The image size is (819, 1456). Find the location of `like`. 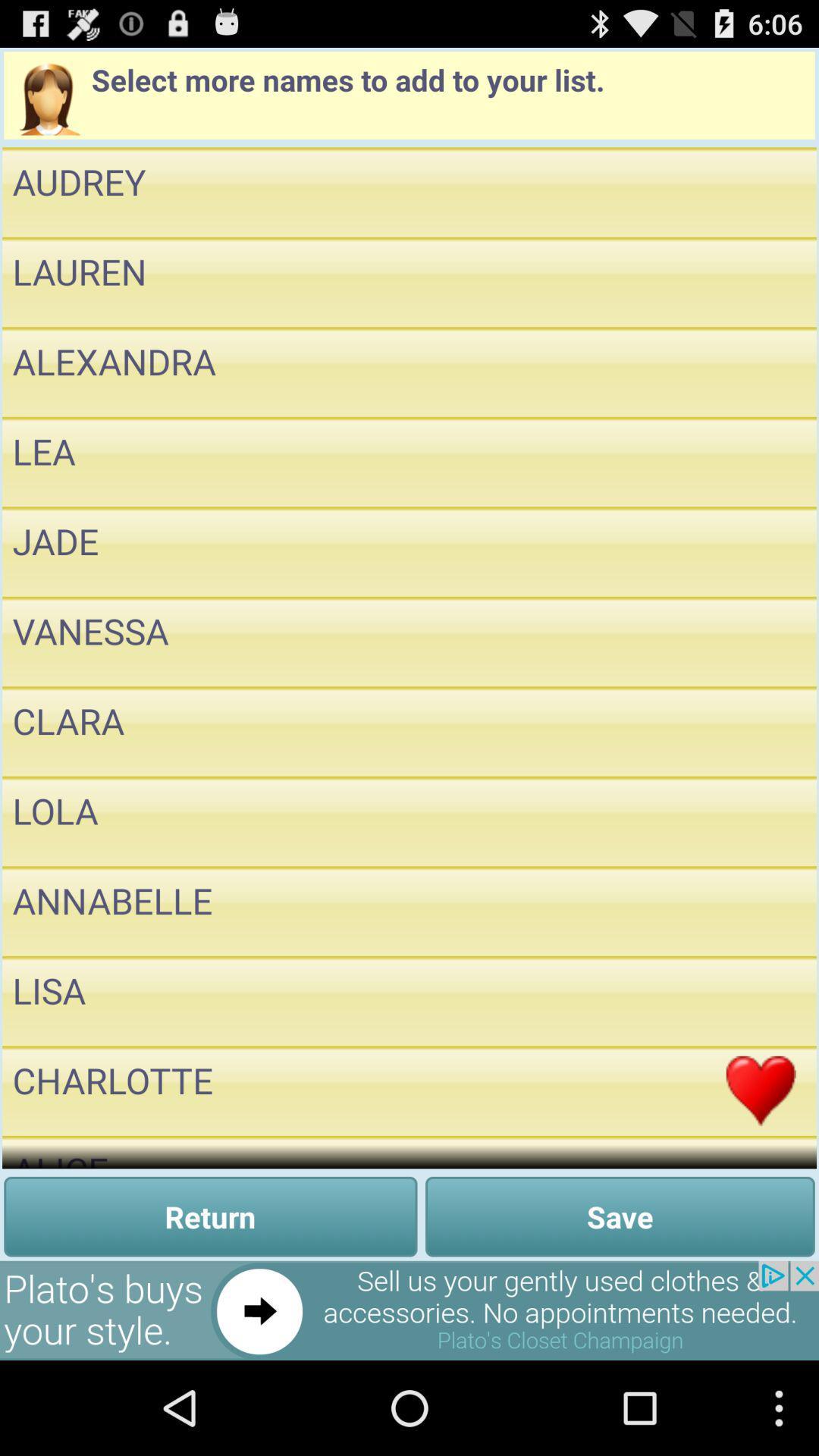

like is located at coordinates (761, 821).